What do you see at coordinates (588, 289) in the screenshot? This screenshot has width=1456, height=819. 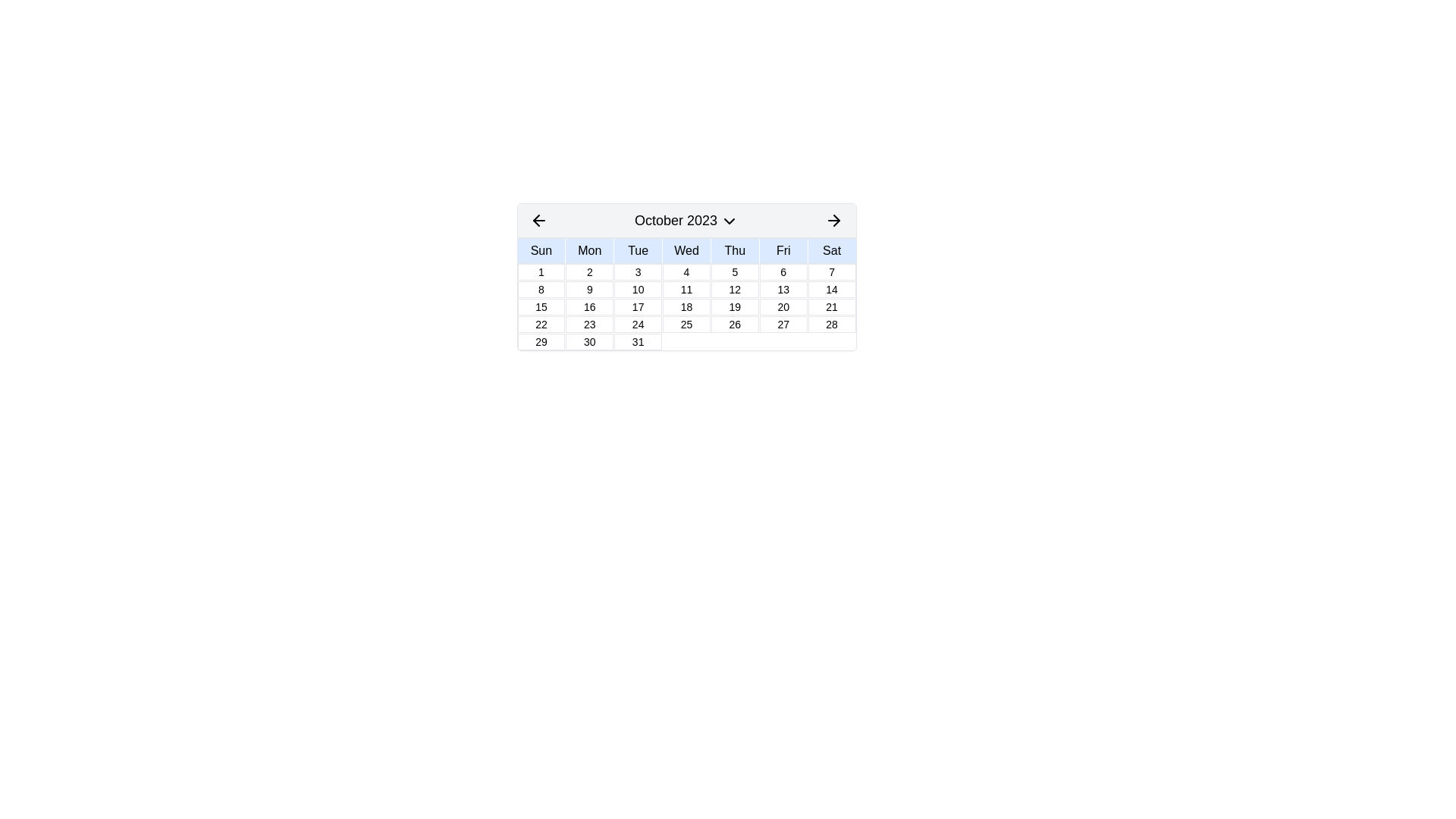 I see `the grid cell displaying the number '9' in the calendar layout` at bounding box center [588, 289].